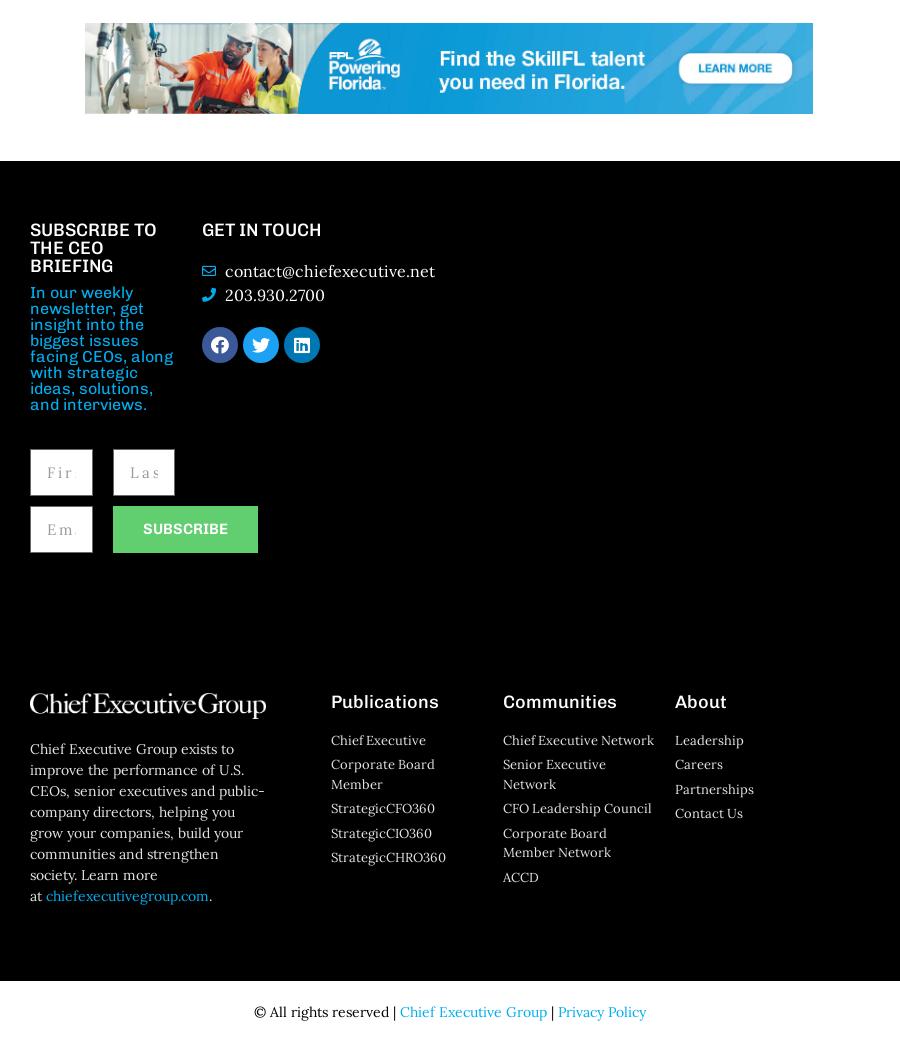 This screenshot has height=1057, width=900. I want to click on 'Privacy Policy', so click(557, 1010).